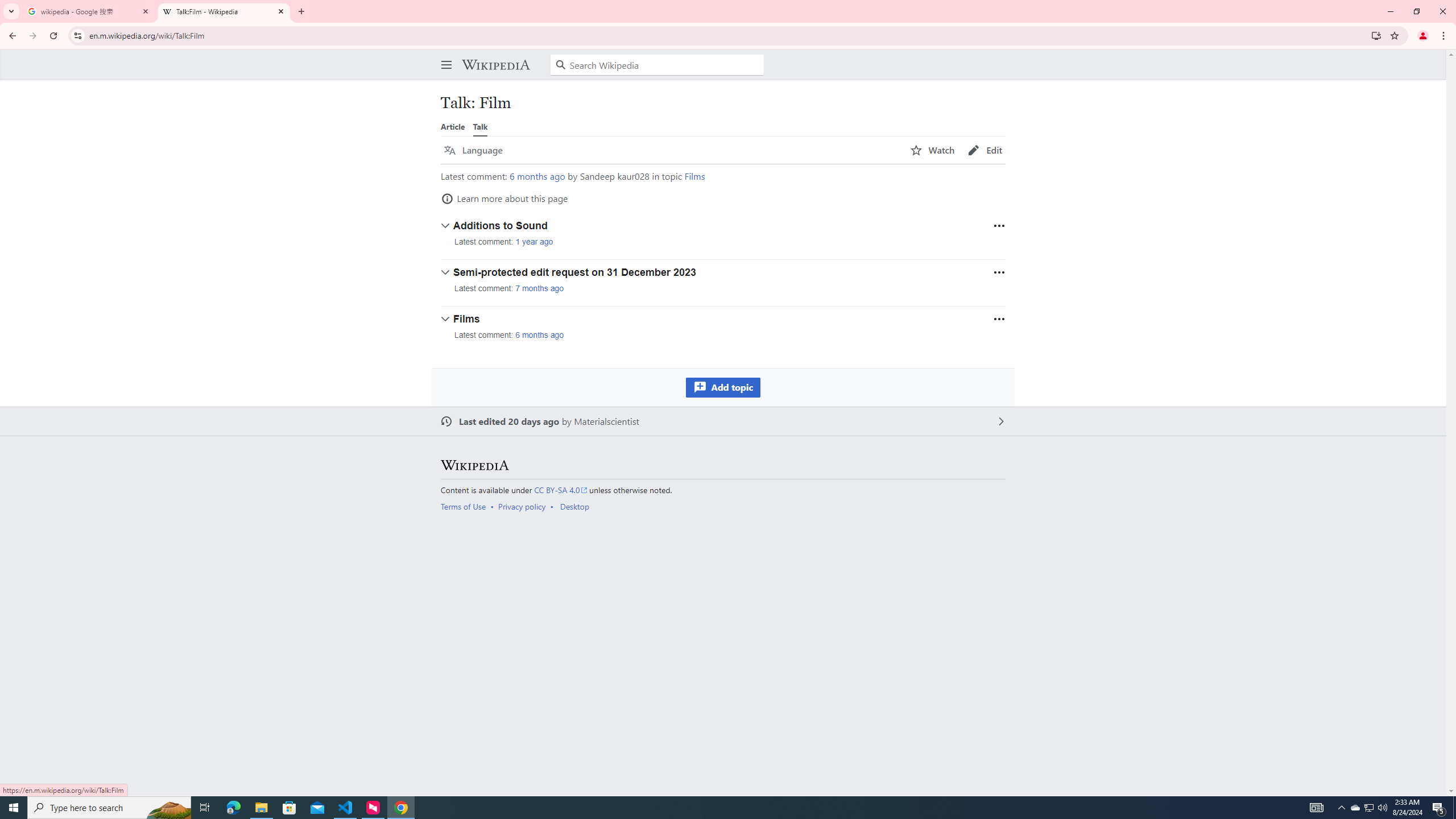  I want to click on 'Desktop', so click(573, 505).